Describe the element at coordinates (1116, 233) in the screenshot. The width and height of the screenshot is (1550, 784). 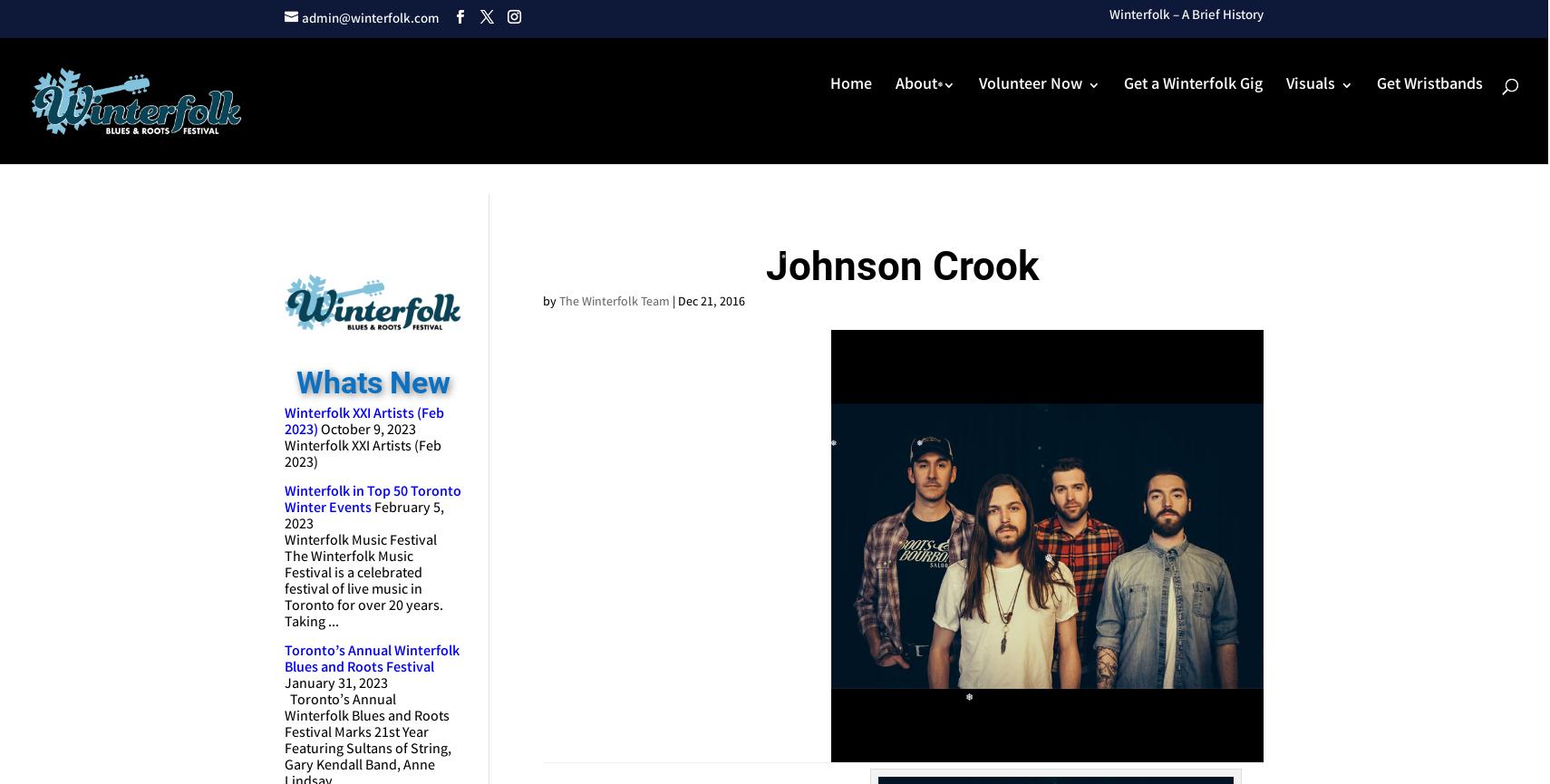
I see `'Winterfolk Volunteer Sign Up'` at that location.